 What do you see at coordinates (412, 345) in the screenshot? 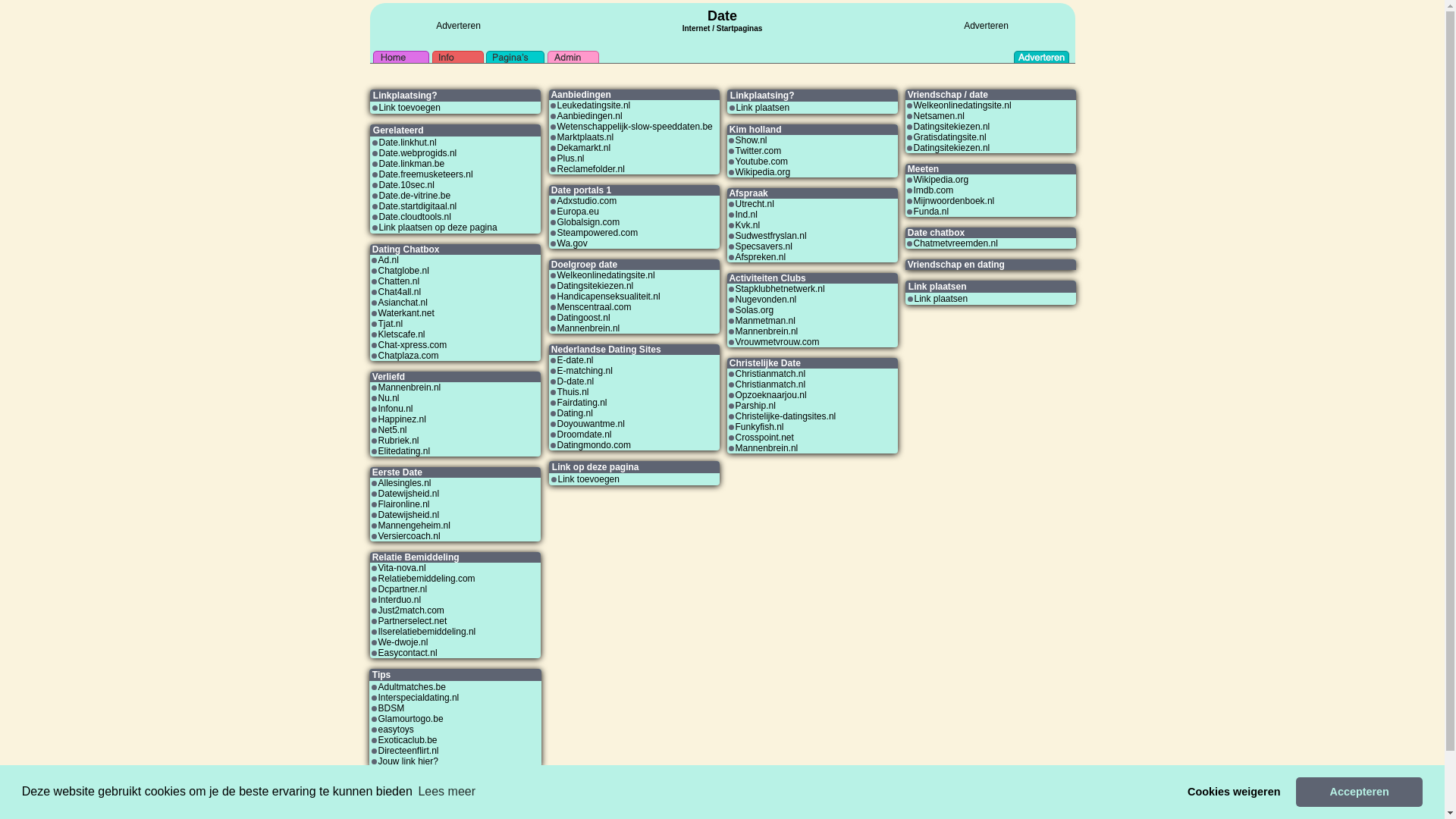
I see `'Chat-xpress.com'` at bounding box center [412, 345].